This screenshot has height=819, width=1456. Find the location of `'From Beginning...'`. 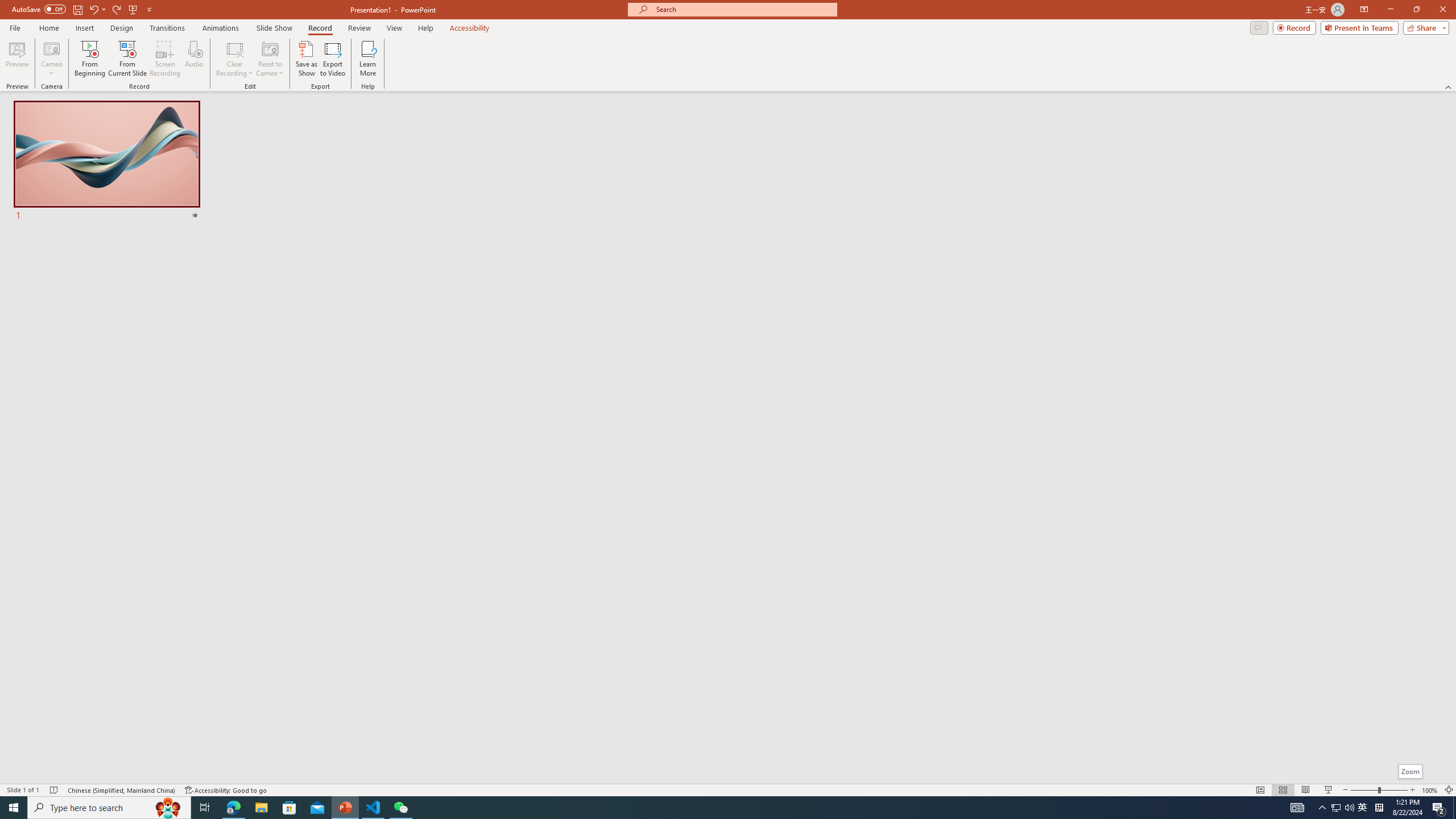

'From Beginning...' is located at coordinates (89, 59).